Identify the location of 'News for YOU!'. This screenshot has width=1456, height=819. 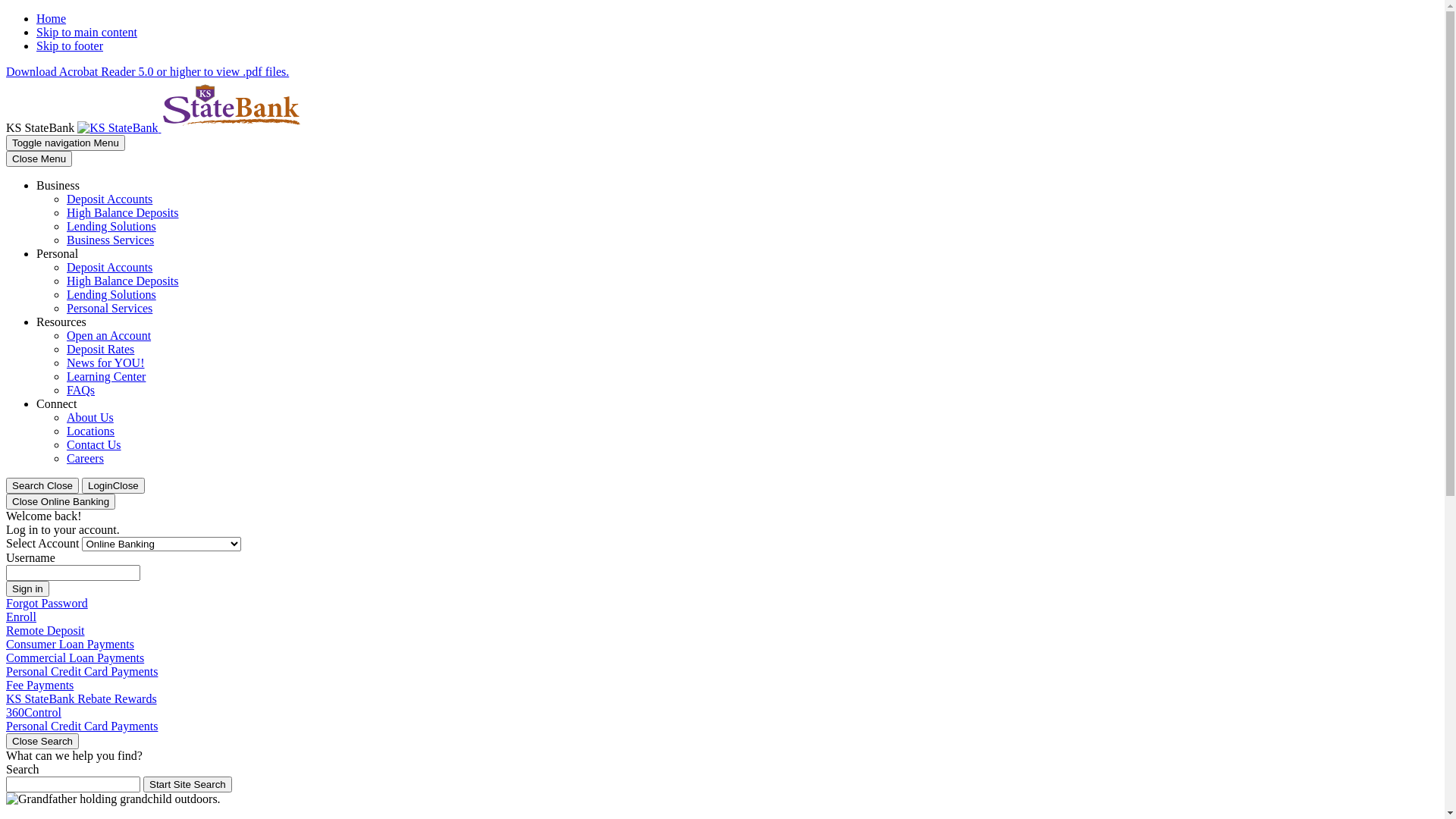
(65, 362).